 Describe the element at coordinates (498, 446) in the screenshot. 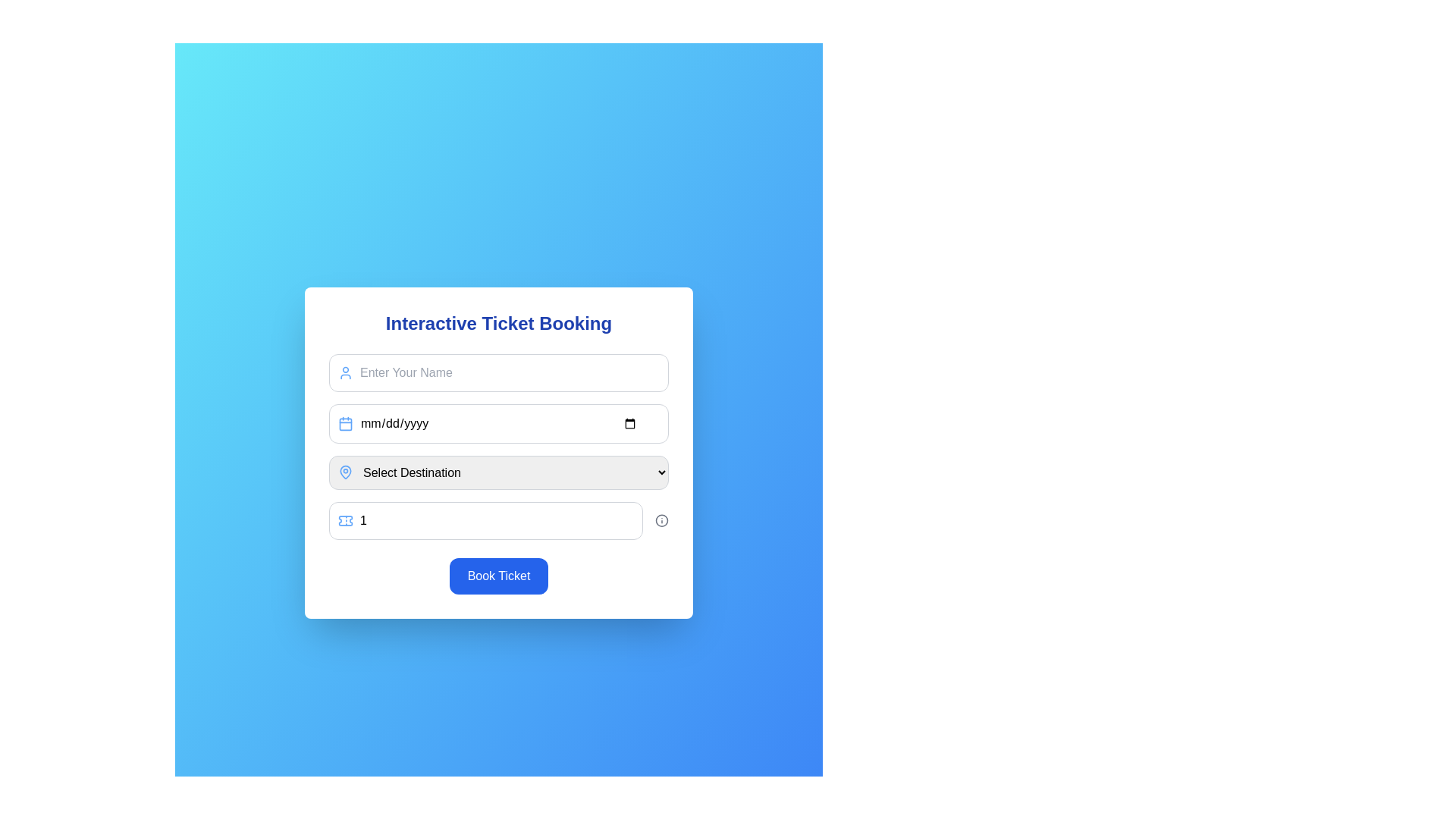

I see `the Dropdown menu located between the date input field and the numeric input field for keyboard interaction` at that location.